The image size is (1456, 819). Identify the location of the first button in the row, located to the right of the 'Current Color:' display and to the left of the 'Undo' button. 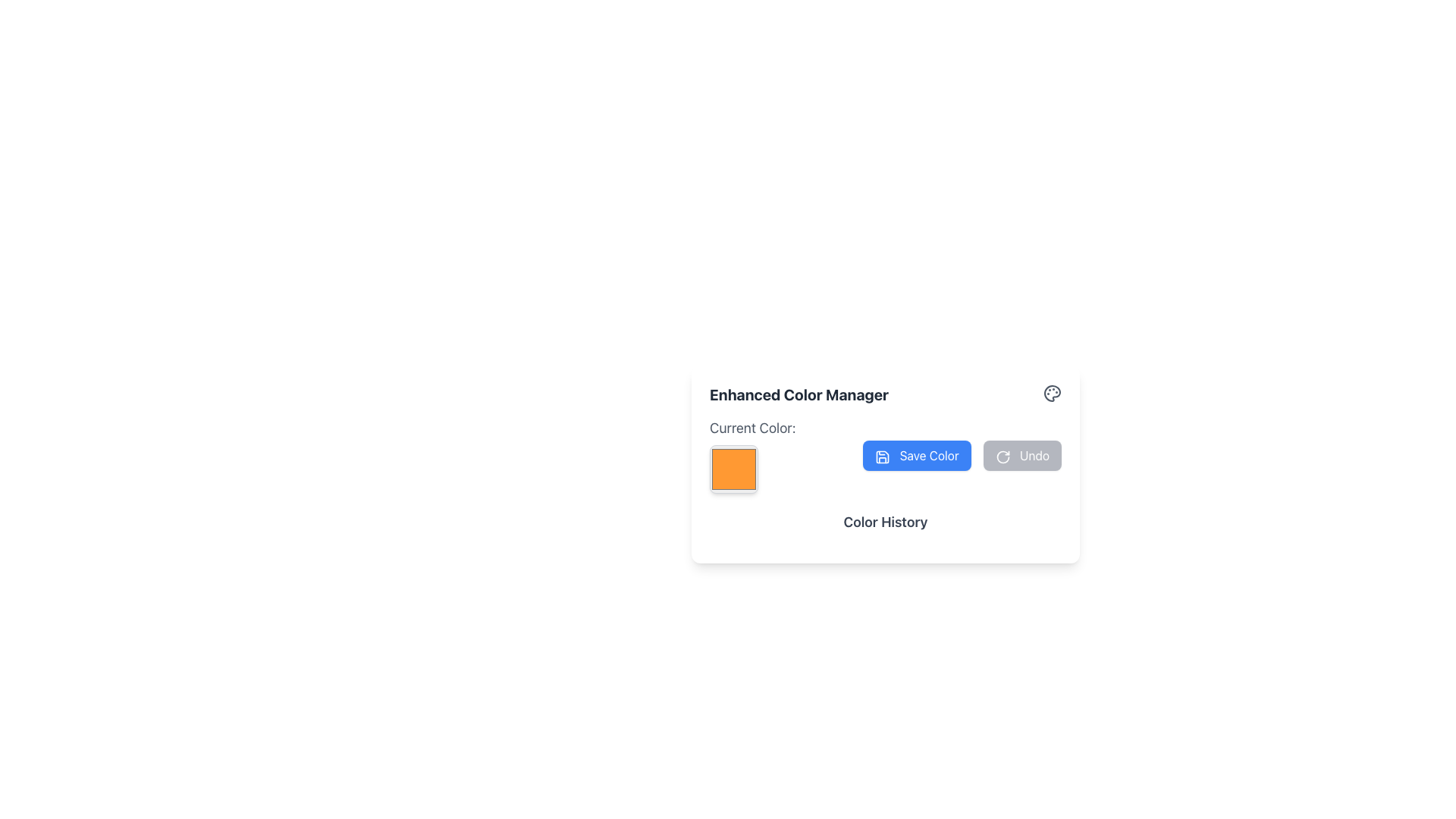
(916, 455).